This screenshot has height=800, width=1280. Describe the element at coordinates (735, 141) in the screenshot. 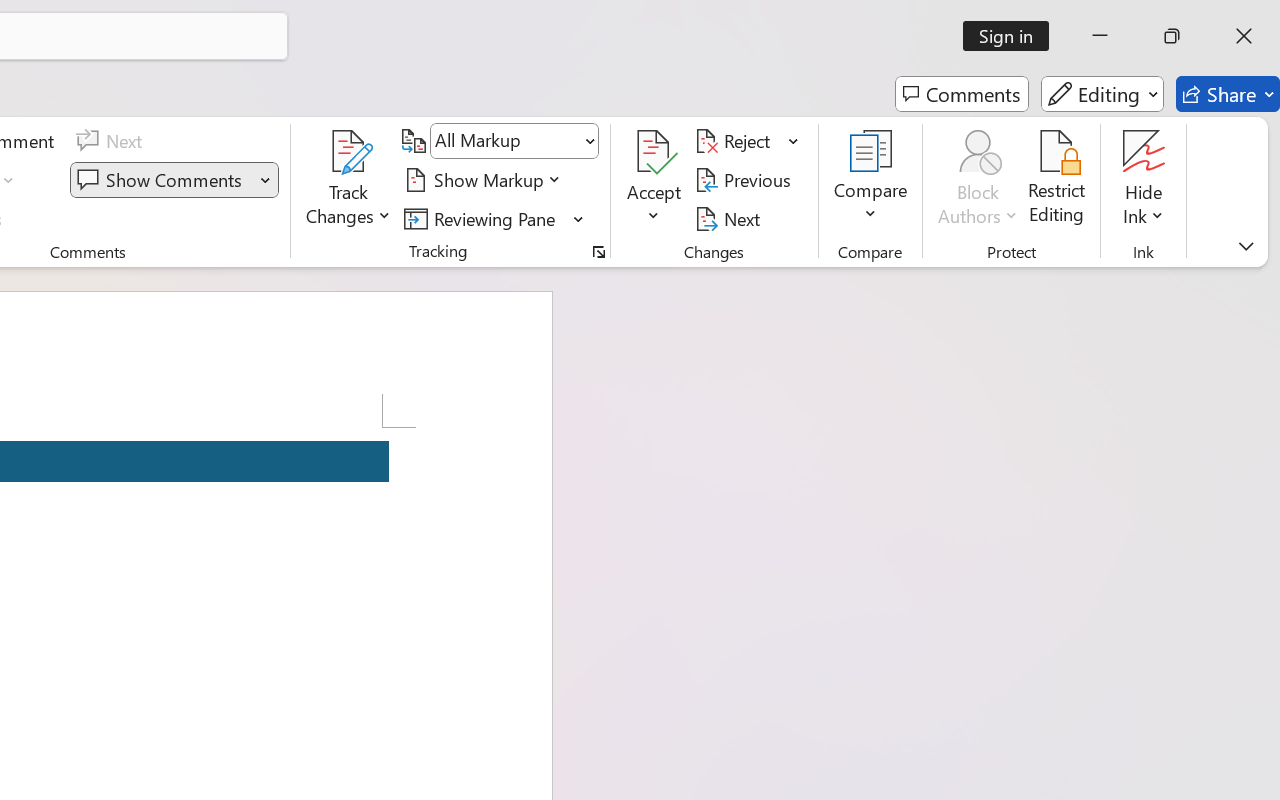

I see `'Reject and Move to Next'` at that location.